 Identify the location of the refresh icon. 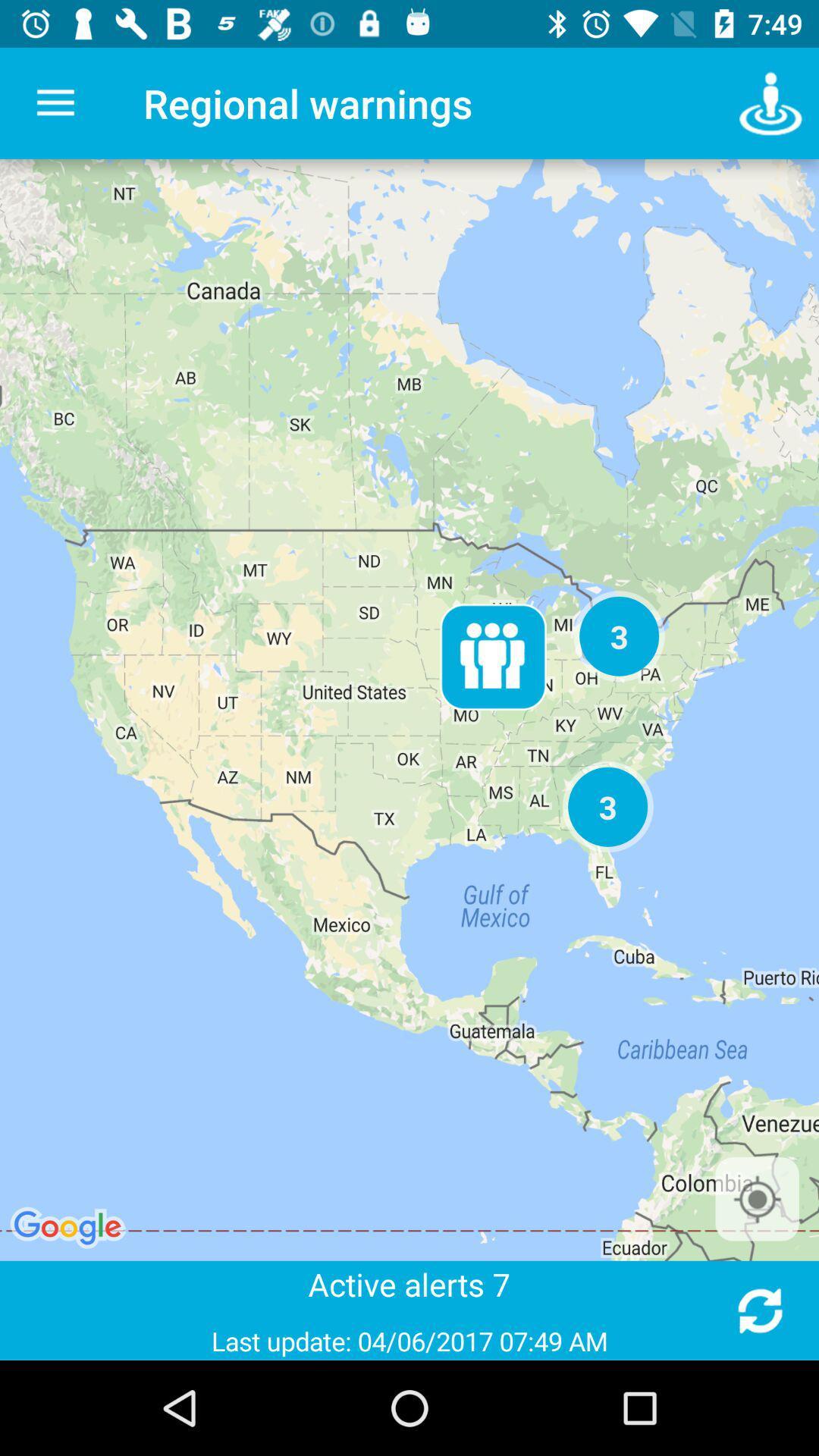
(760, 1310).